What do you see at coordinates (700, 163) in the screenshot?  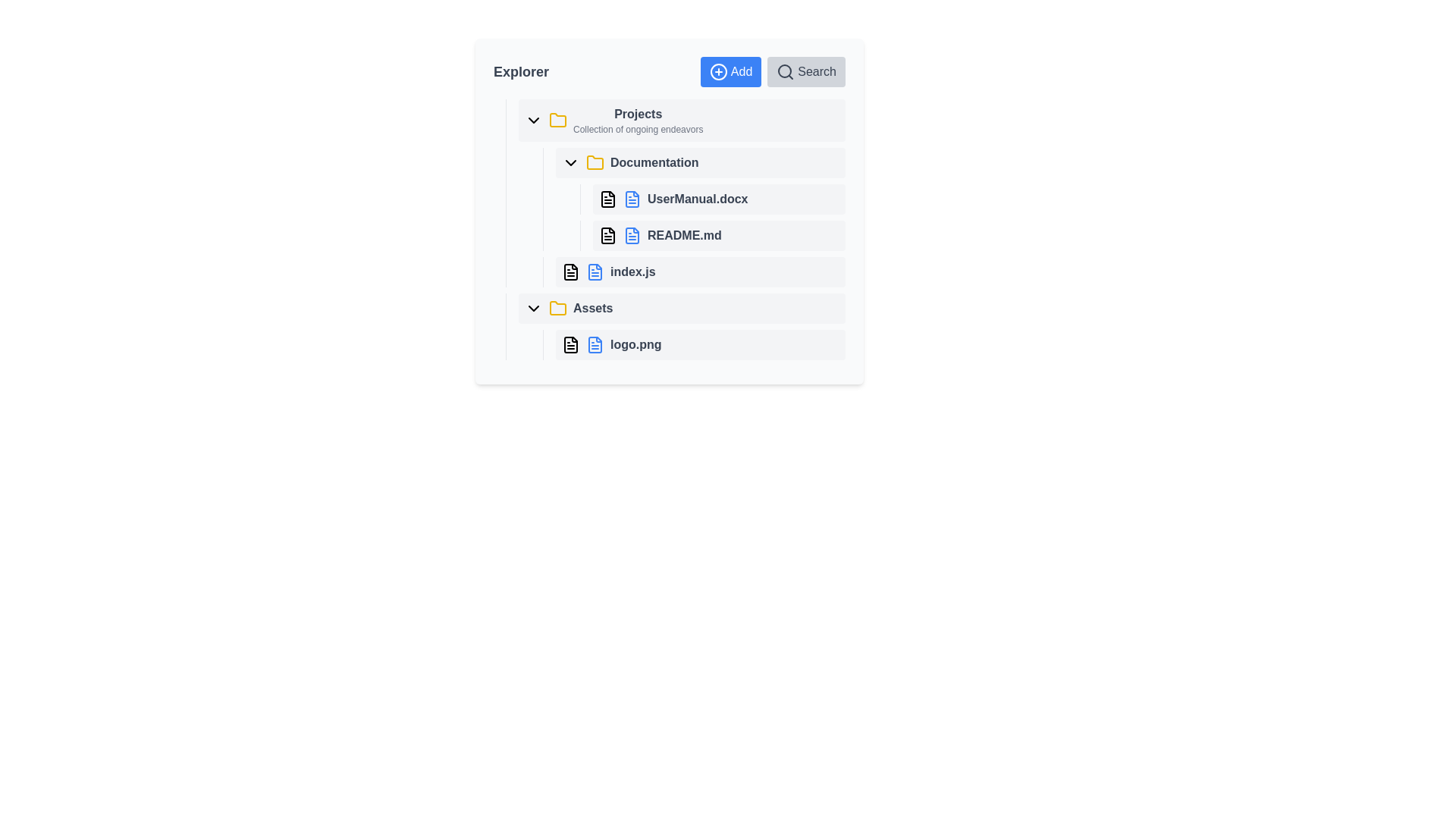 I see `the first row of the folder list item labeled 'Documentation' under the 'Projects' section in the Explorer` at bounding box center [700, 163].